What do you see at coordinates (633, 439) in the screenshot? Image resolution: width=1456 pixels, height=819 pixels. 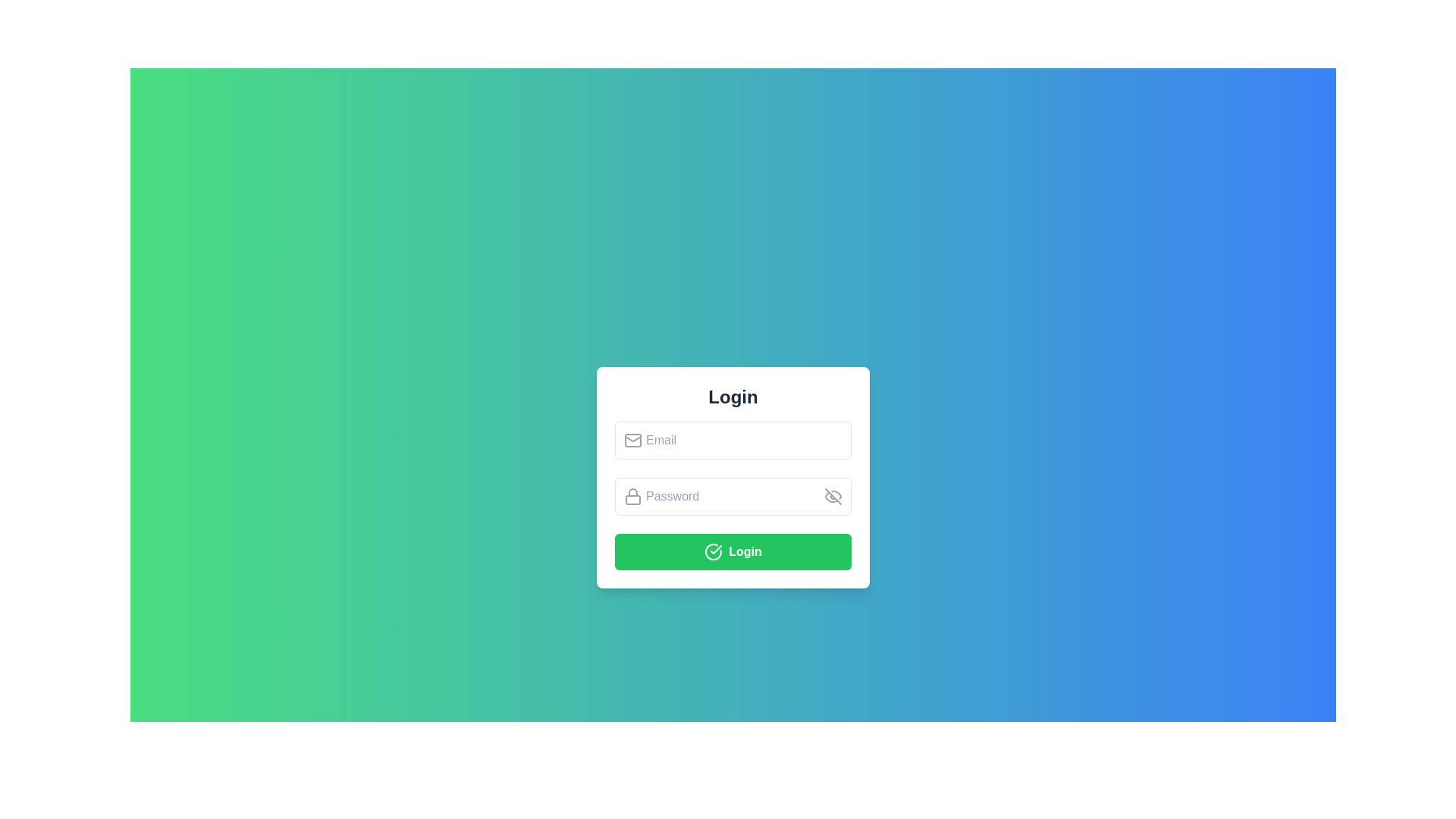 I see `the envelope icon component located to the left of the 'Email' text input field in the login form` at bounding box center [633, 439].